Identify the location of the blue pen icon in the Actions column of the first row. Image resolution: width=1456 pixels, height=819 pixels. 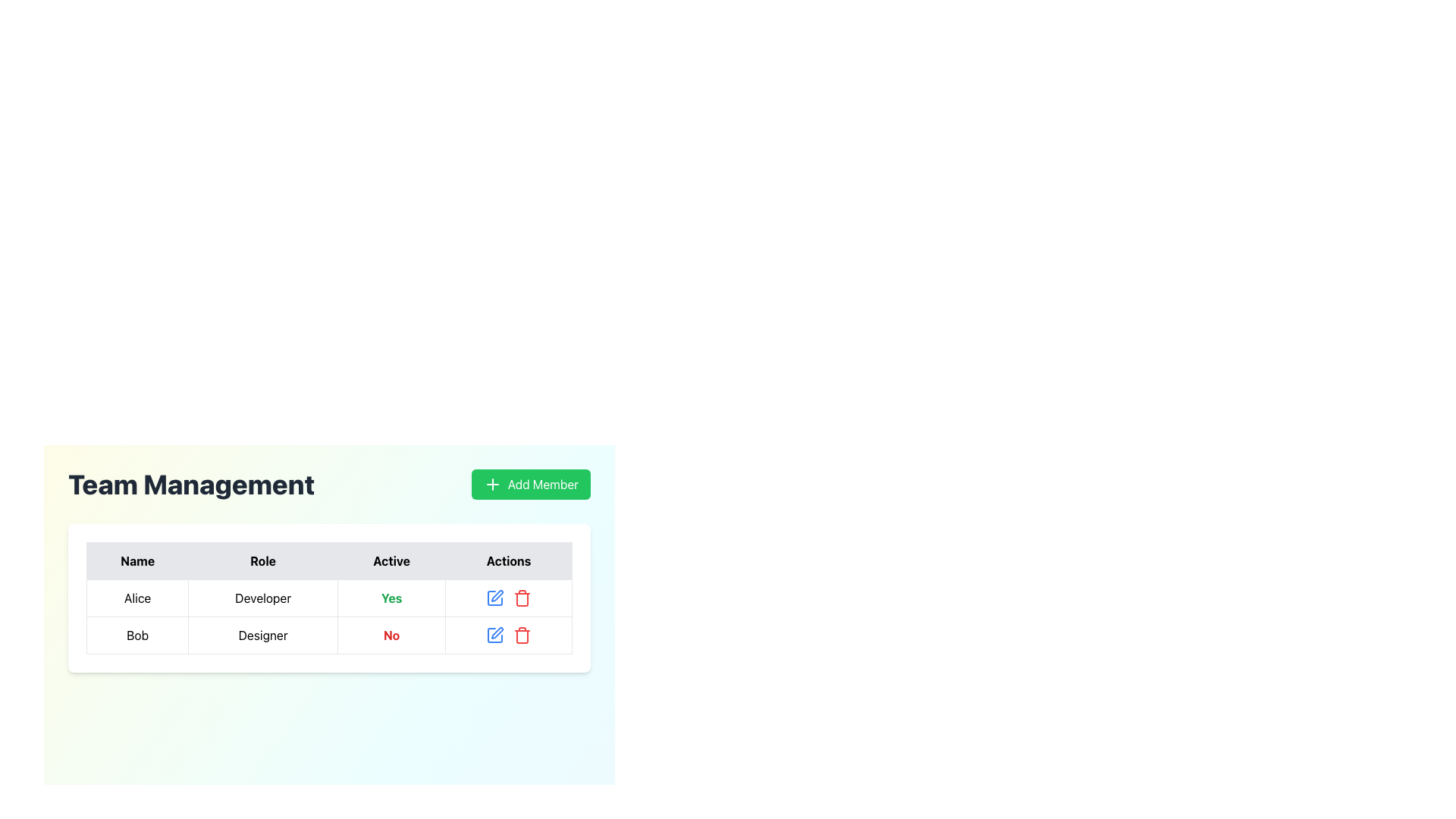
(494, 598).